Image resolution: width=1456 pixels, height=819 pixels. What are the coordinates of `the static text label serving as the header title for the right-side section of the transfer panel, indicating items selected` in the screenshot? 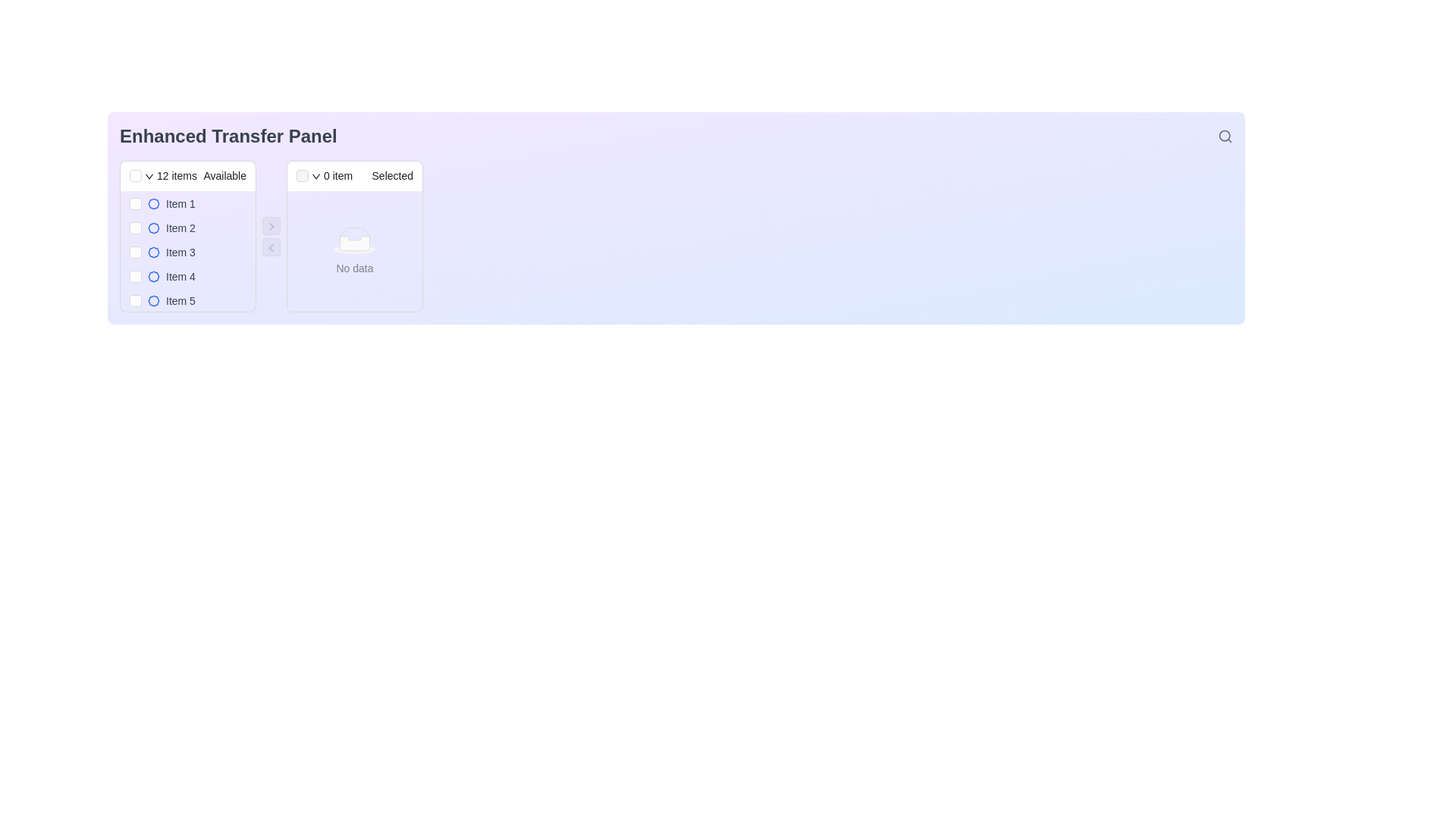 It's located at (384, 174).